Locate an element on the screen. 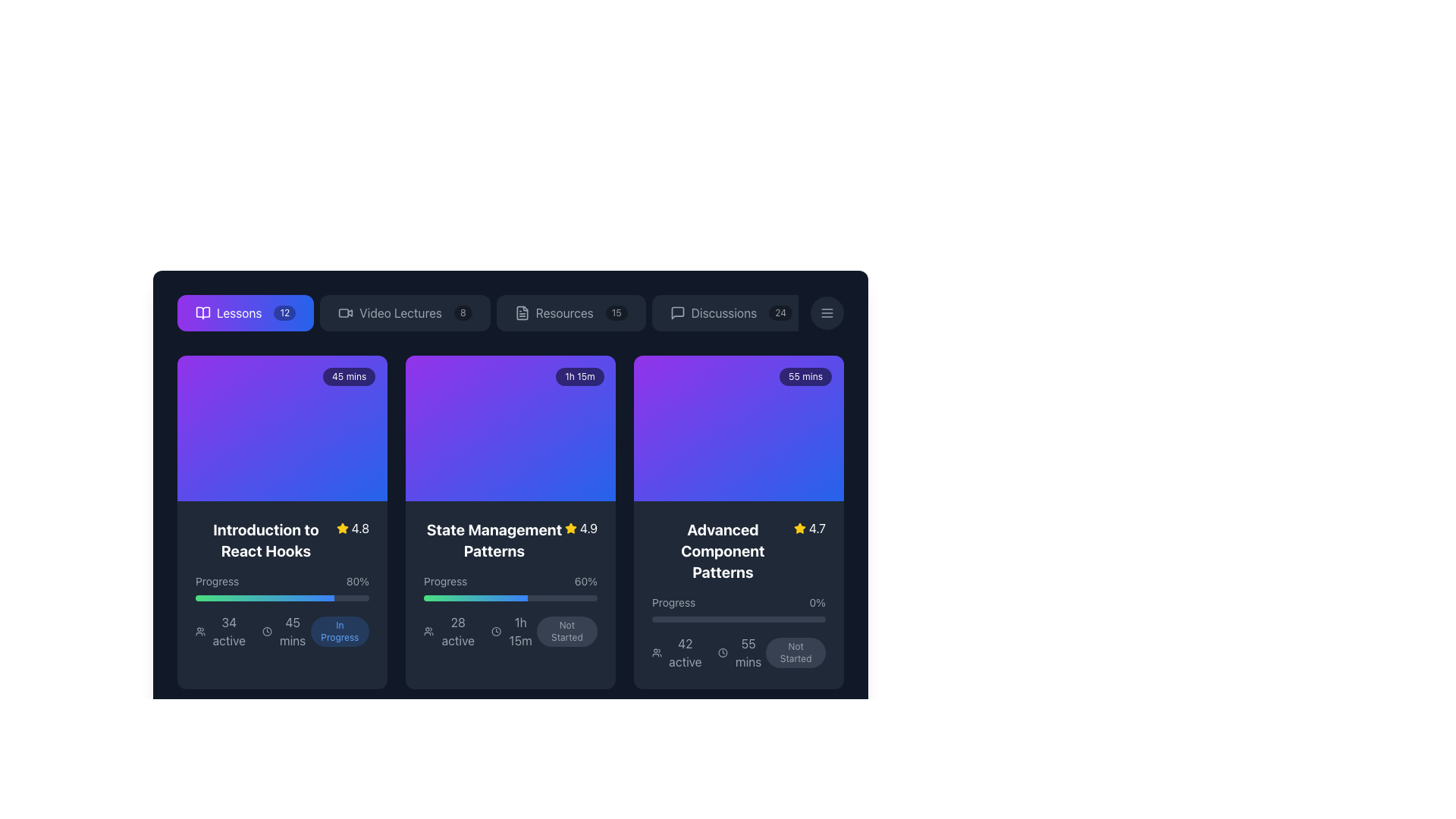  the title header element displaying 'Introduction to React Hooks' with a rating star icon and numeric value '4.8', located in the top portion of the first card in the lesson list grid is located at coordinates (282, 540).